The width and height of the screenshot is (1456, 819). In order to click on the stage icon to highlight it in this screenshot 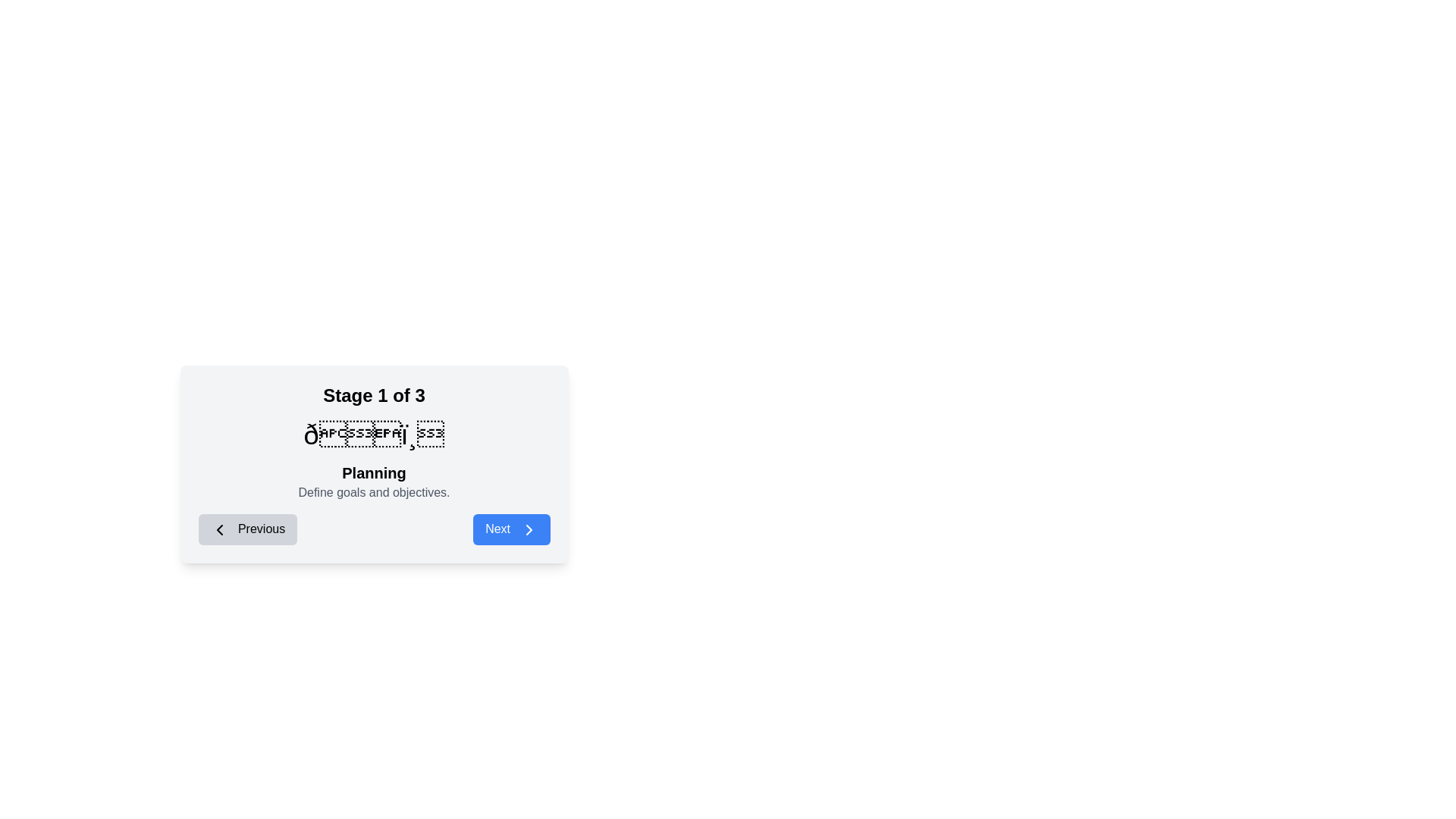, I will do `click(374, 435)`.